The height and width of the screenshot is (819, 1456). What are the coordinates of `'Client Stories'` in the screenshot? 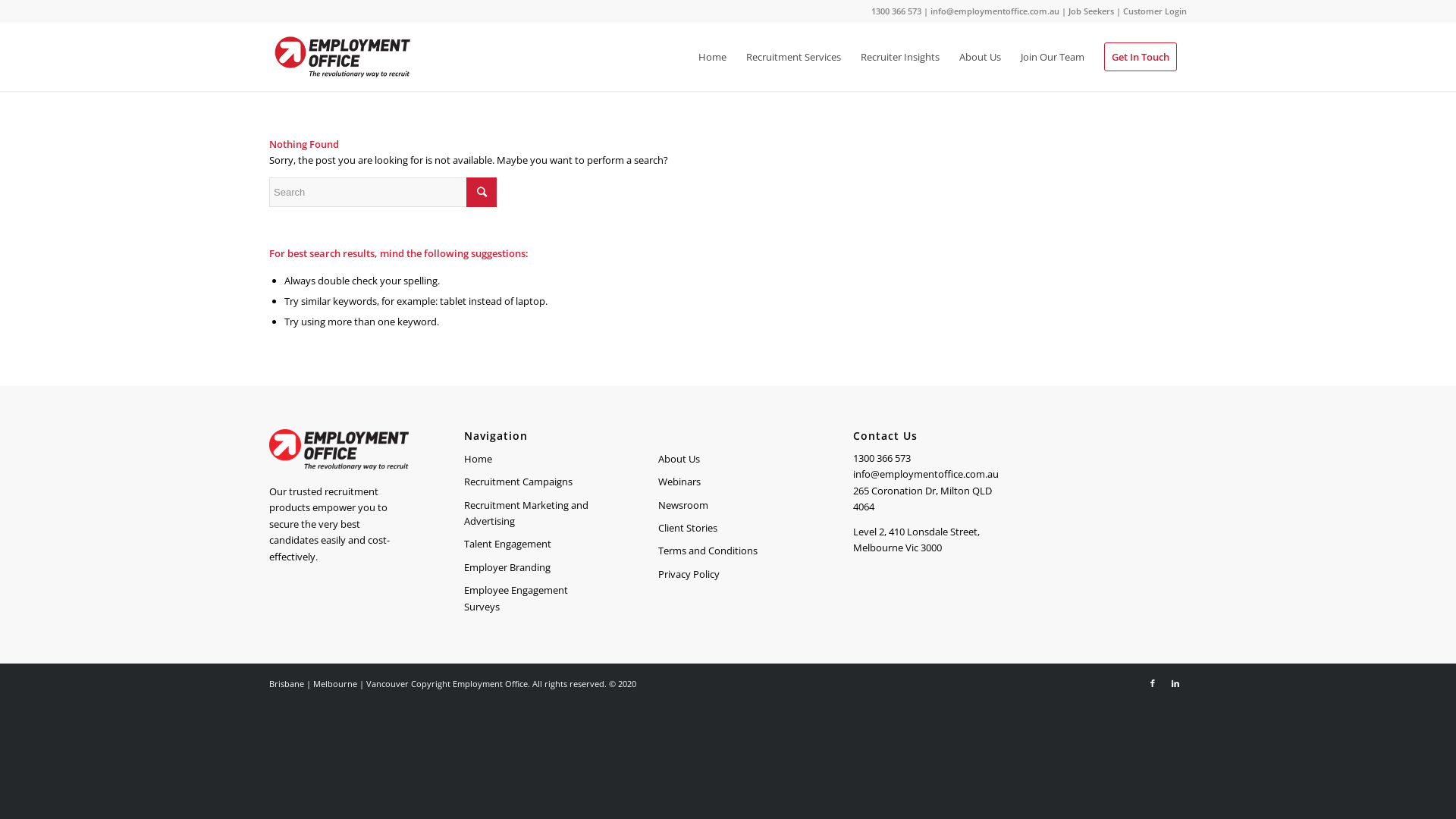 It's located at (728, 528).